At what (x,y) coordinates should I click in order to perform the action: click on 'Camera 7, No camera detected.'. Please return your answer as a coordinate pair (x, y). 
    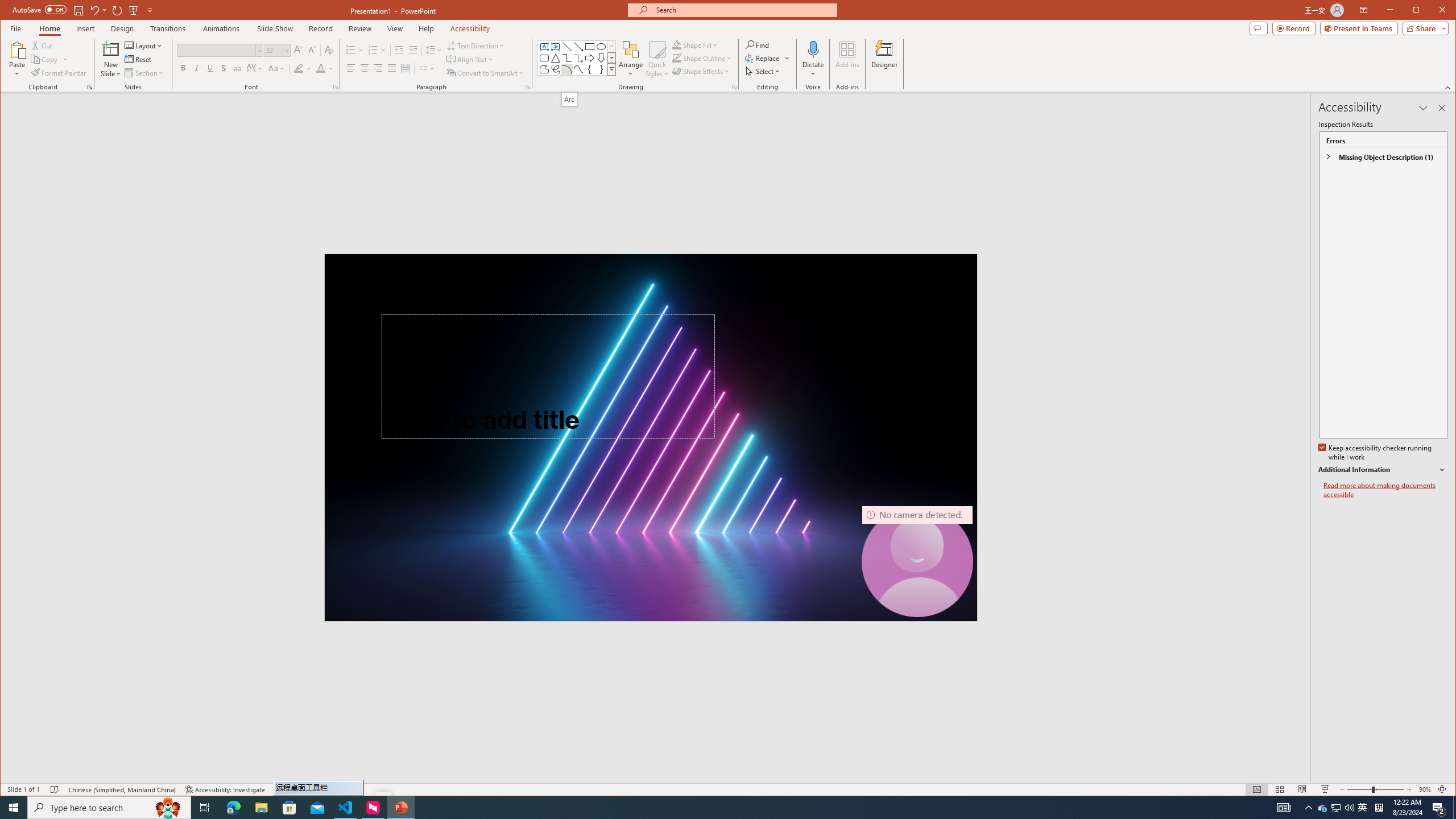
    Looking at the image, I should click on (916, 561).